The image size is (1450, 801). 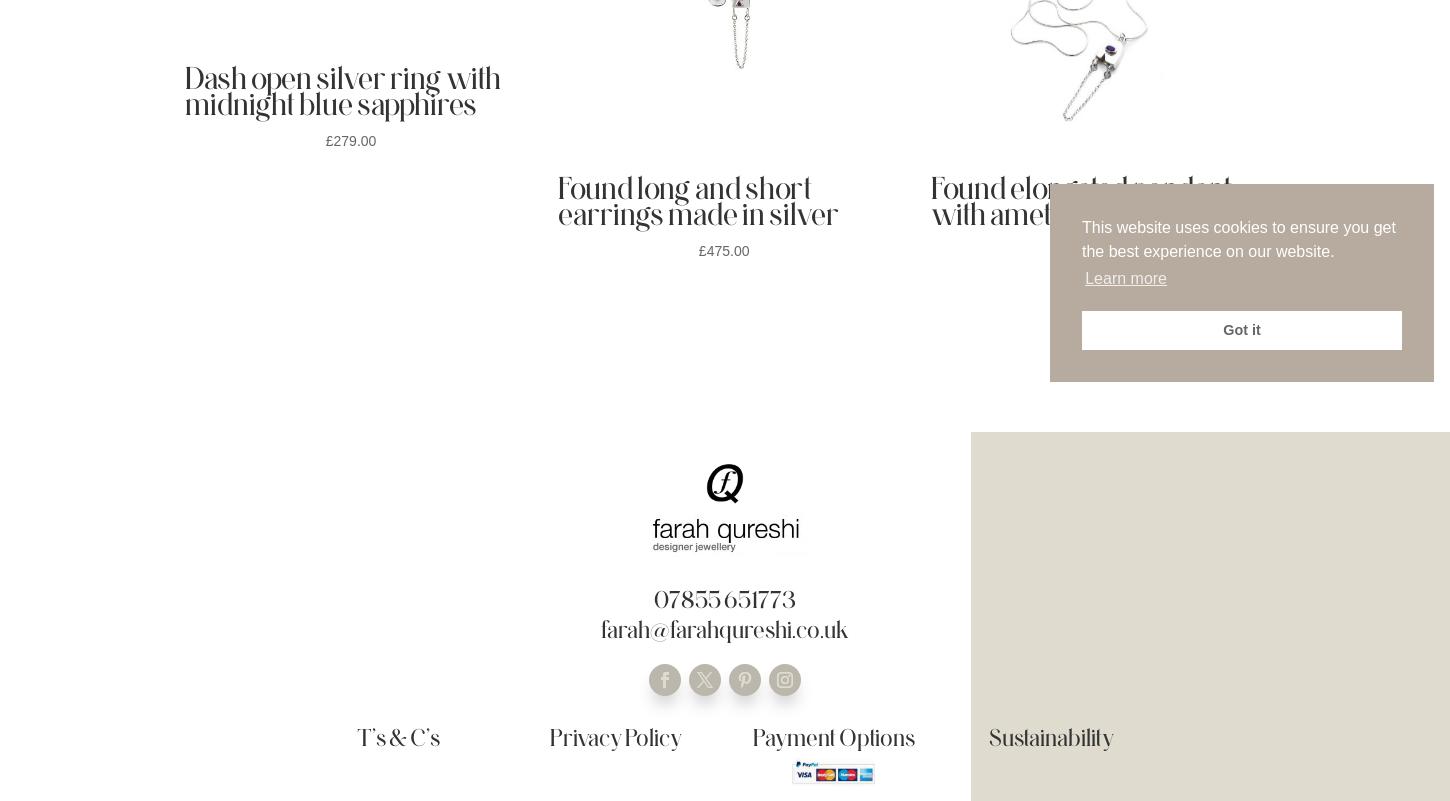 What do you see at coordinates (1238, 239) in the screenshot?
I see `'This website uses cookies to ensure you get the best experience on our website.'` at bounding box center [1238, 239].